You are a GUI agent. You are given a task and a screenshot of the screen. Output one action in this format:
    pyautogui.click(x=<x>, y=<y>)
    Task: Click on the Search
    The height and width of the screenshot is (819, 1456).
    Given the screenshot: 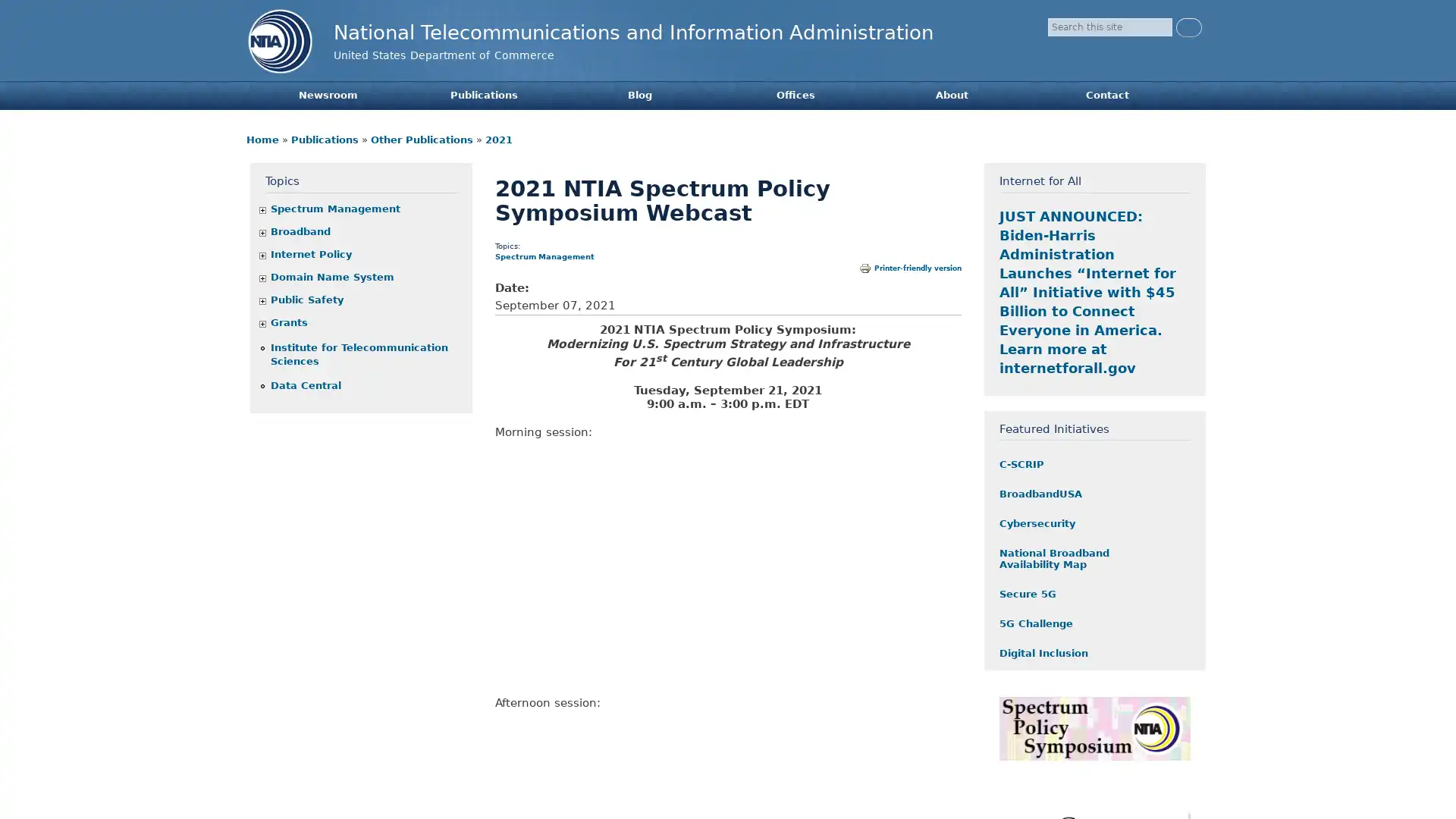 What is the action you would take?
    pyautogui.click(x=1188, y=27)
    